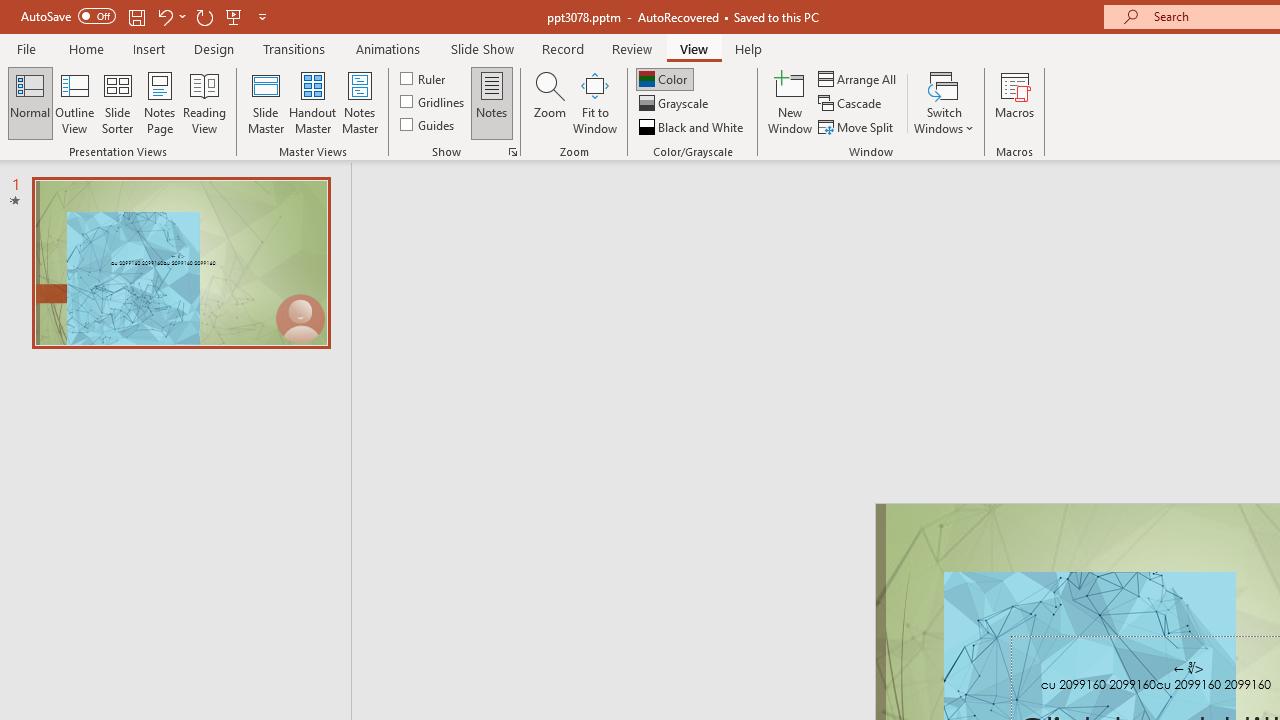 The width and height of the screenshot is (1280, 720). I want to click on 'Switch Windows', so click(943, 103).